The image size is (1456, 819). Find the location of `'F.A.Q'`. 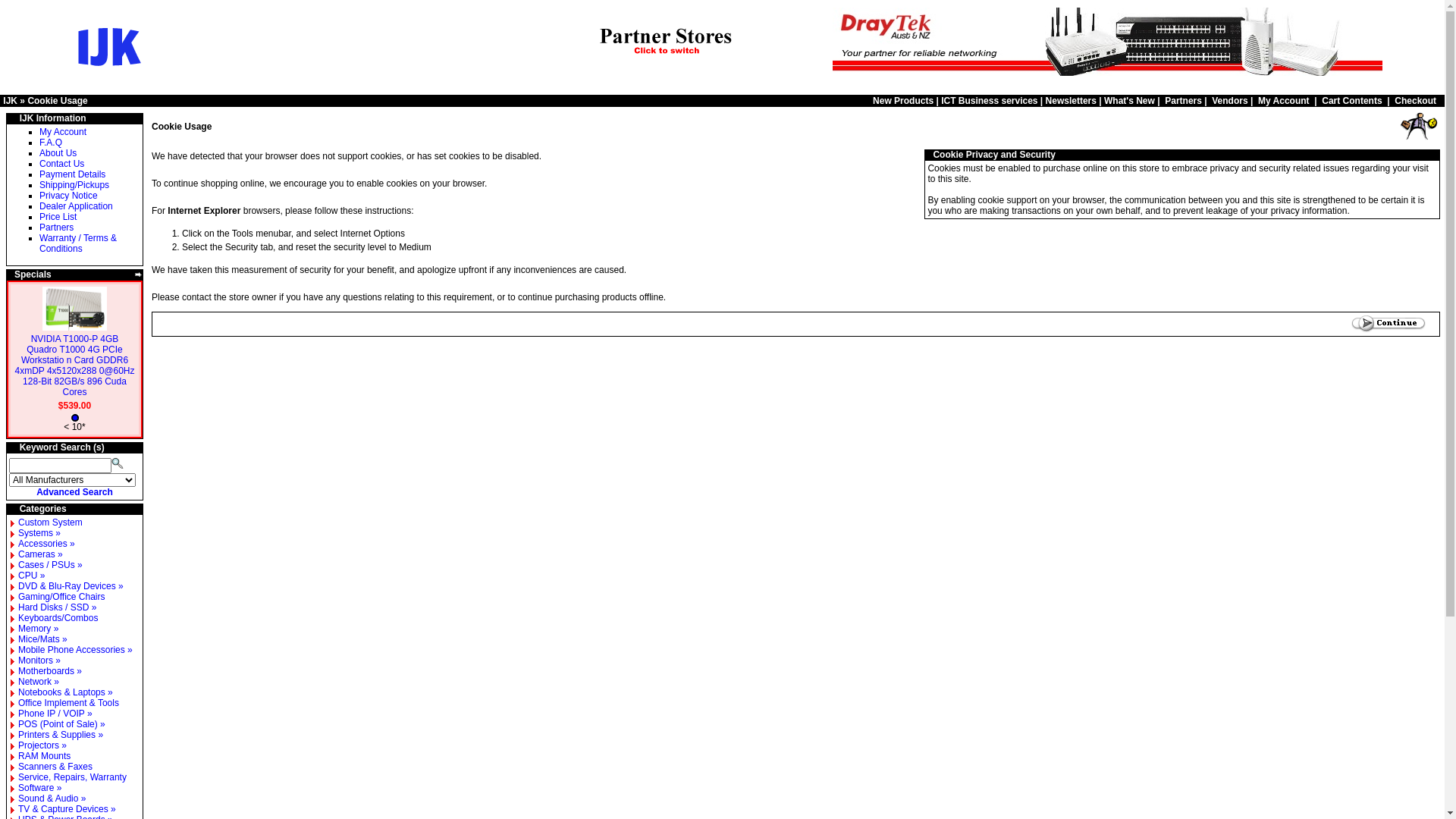

'F.A.Q' is located at coordinates (39, 143).